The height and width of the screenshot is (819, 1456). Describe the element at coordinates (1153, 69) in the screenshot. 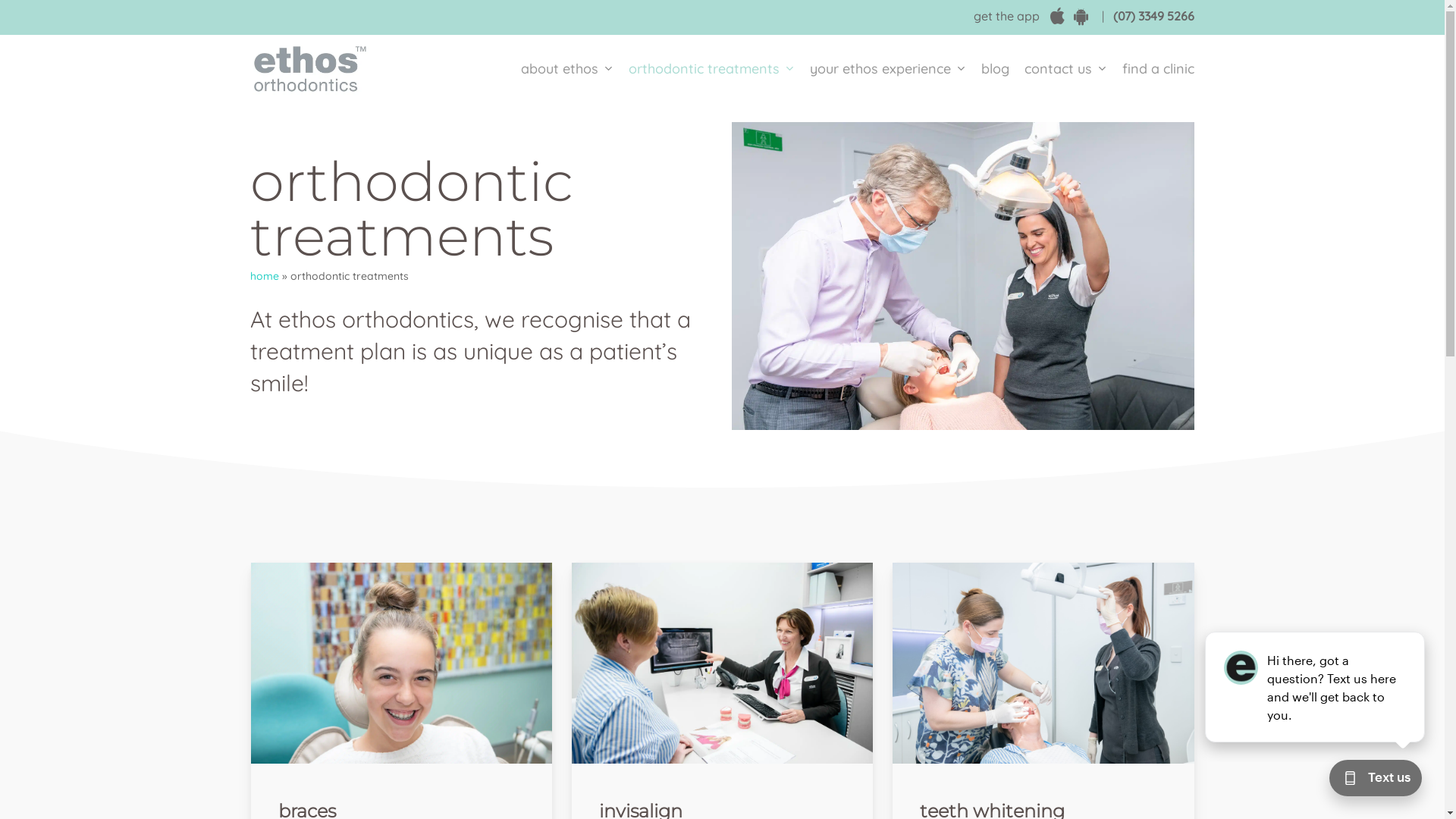

I see `'find a clinic'` at that location.